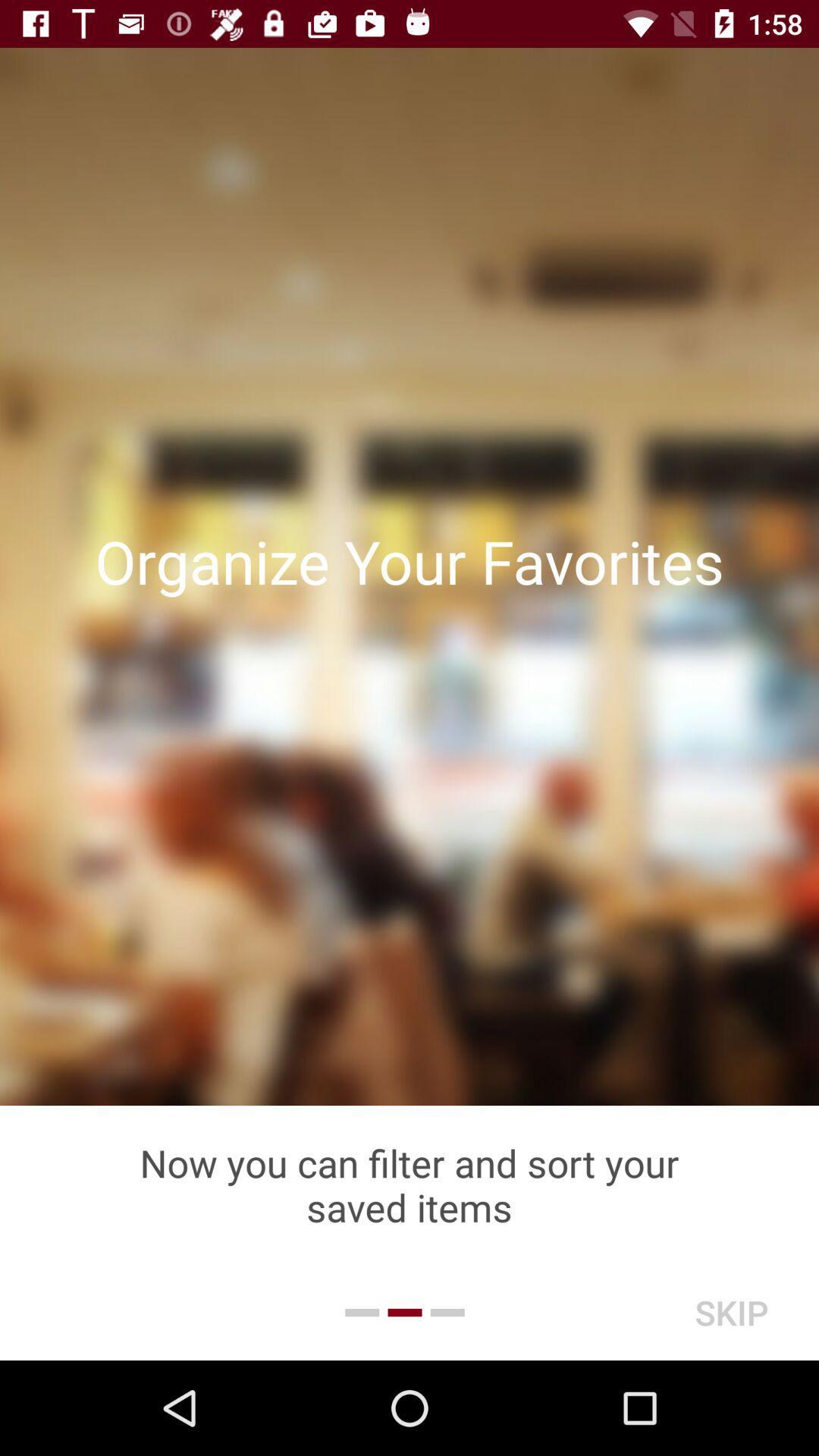 The width and height of the screenshot is (819, 1456). Describe the element at coordinates (409, 1185) in the screenshot. I see `the icon below organize your favorites item` at that location.